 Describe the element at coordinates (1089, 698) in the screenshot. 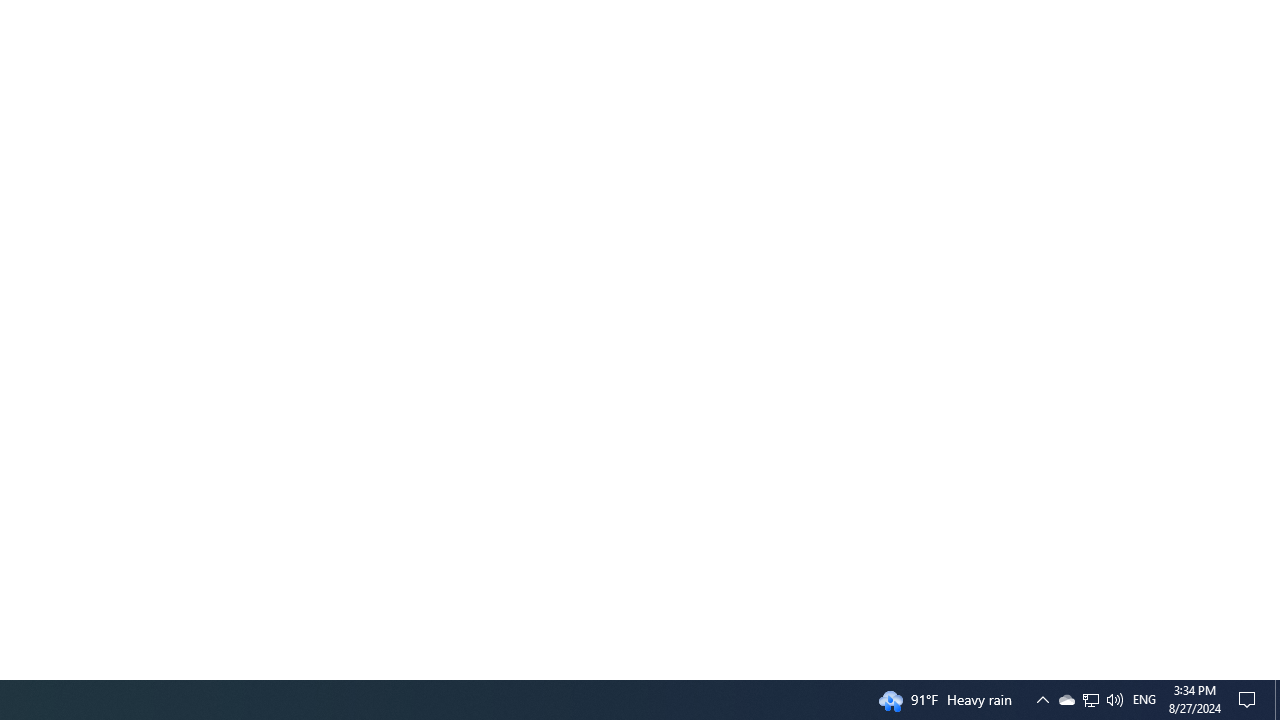

I see `'Notification Chevron'` at that location.